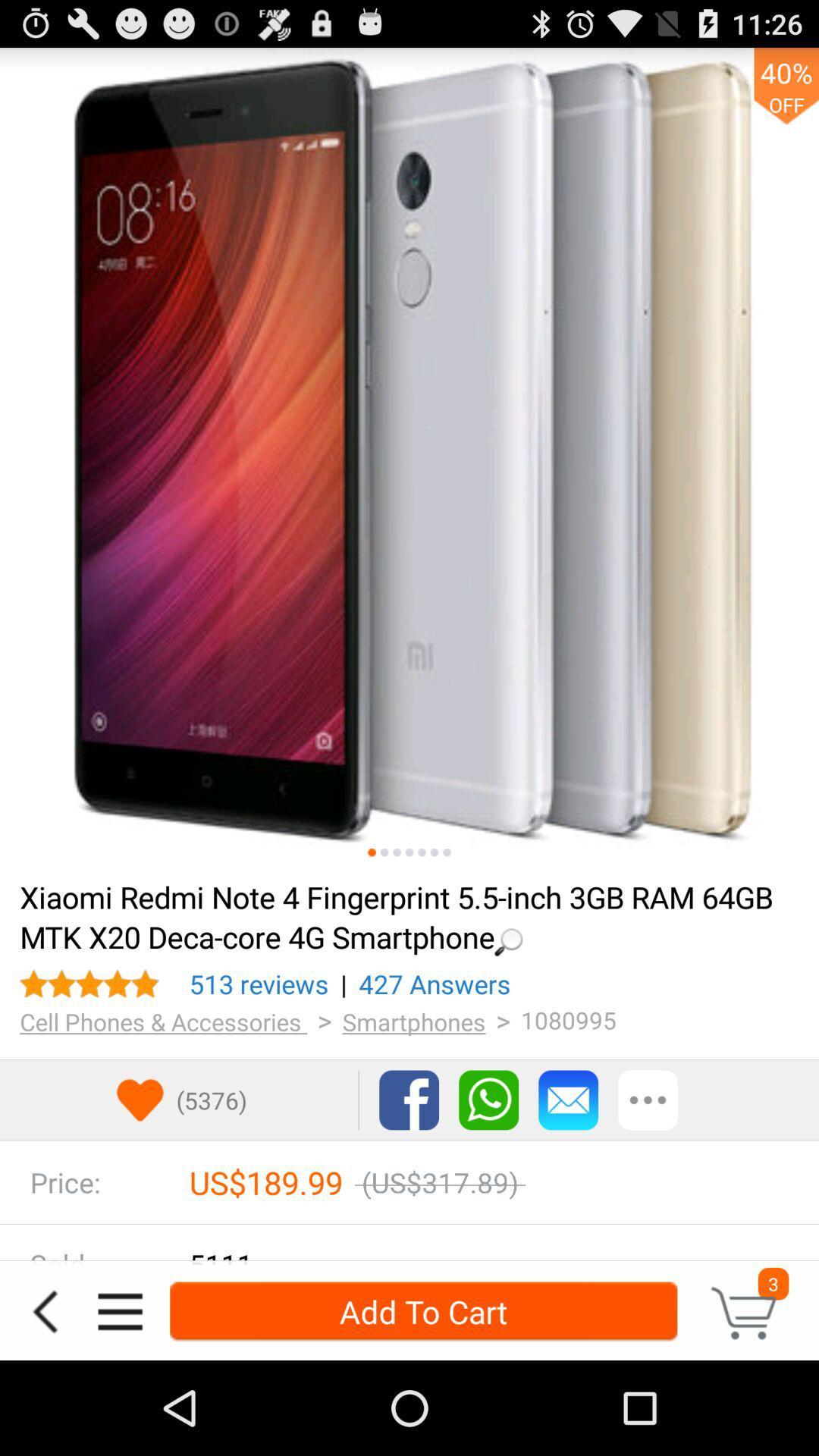  I want to click on the item above loading... icon, so click(396, 852).